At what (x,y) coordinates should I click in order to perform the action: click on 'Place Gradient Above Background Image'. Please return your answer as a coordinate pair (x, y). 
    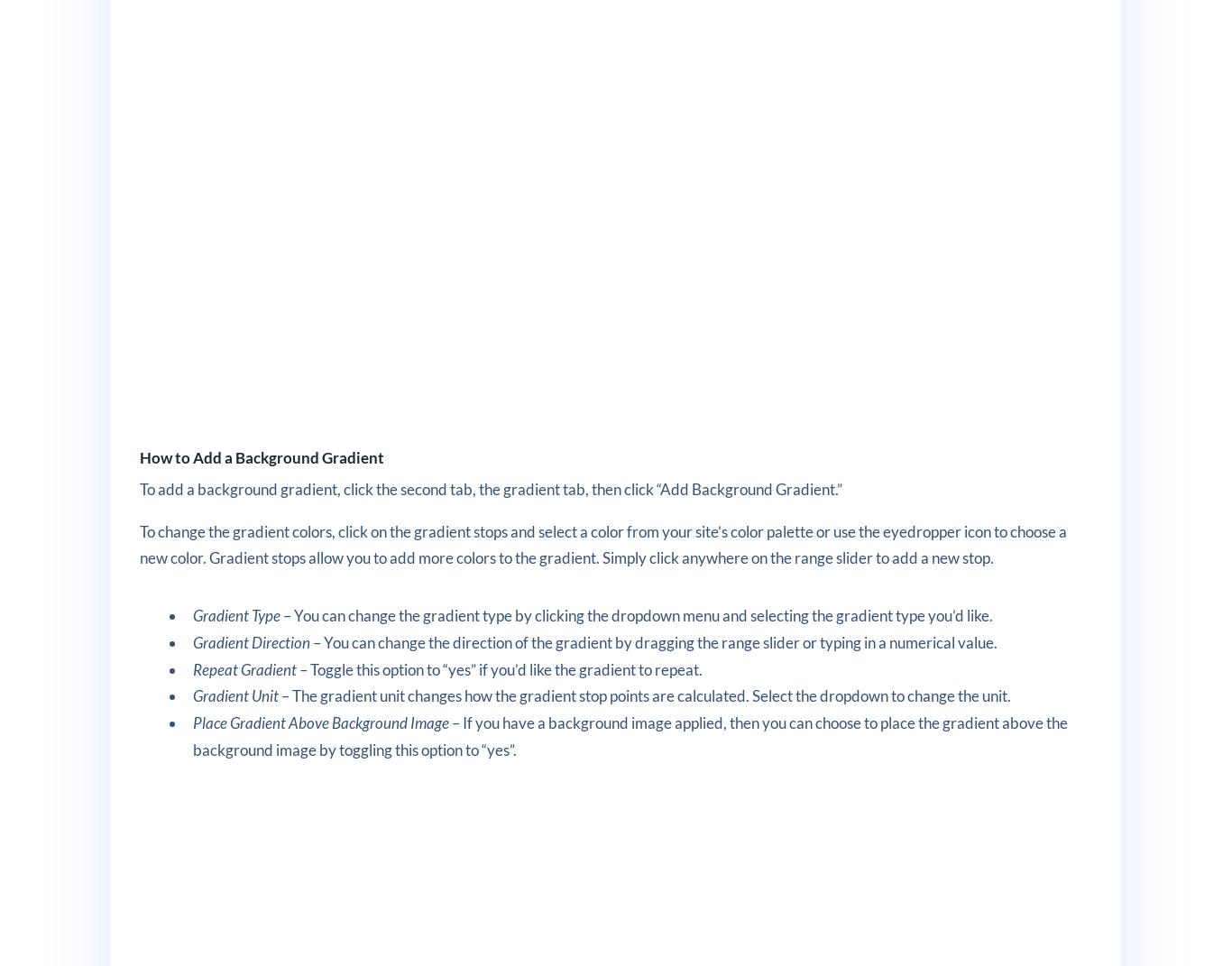
    Looking at the image, I should click on (319, 722).